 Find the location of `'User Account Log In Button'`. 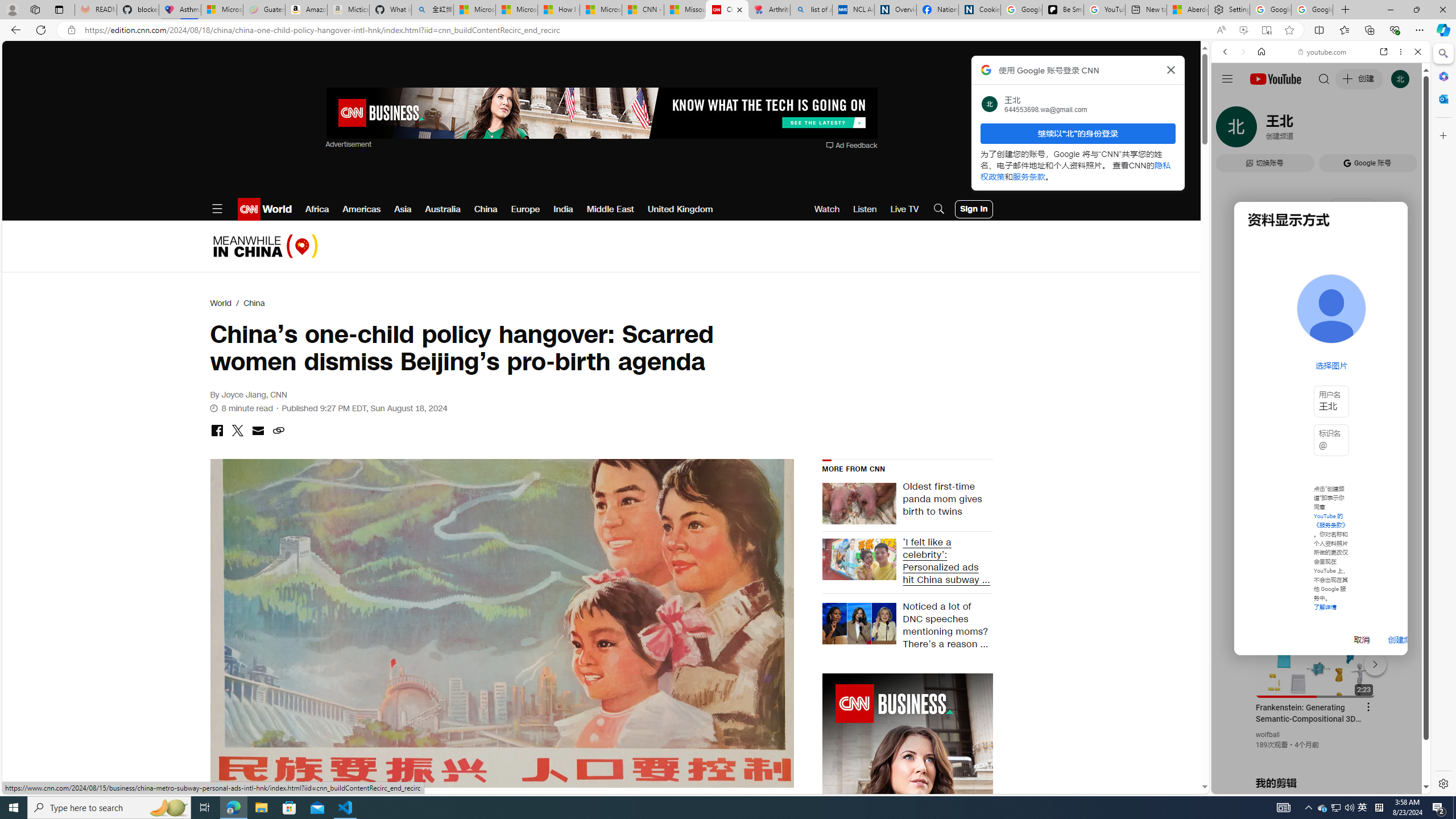

'User Account Log In Button' is located at coordinates (974, 209).